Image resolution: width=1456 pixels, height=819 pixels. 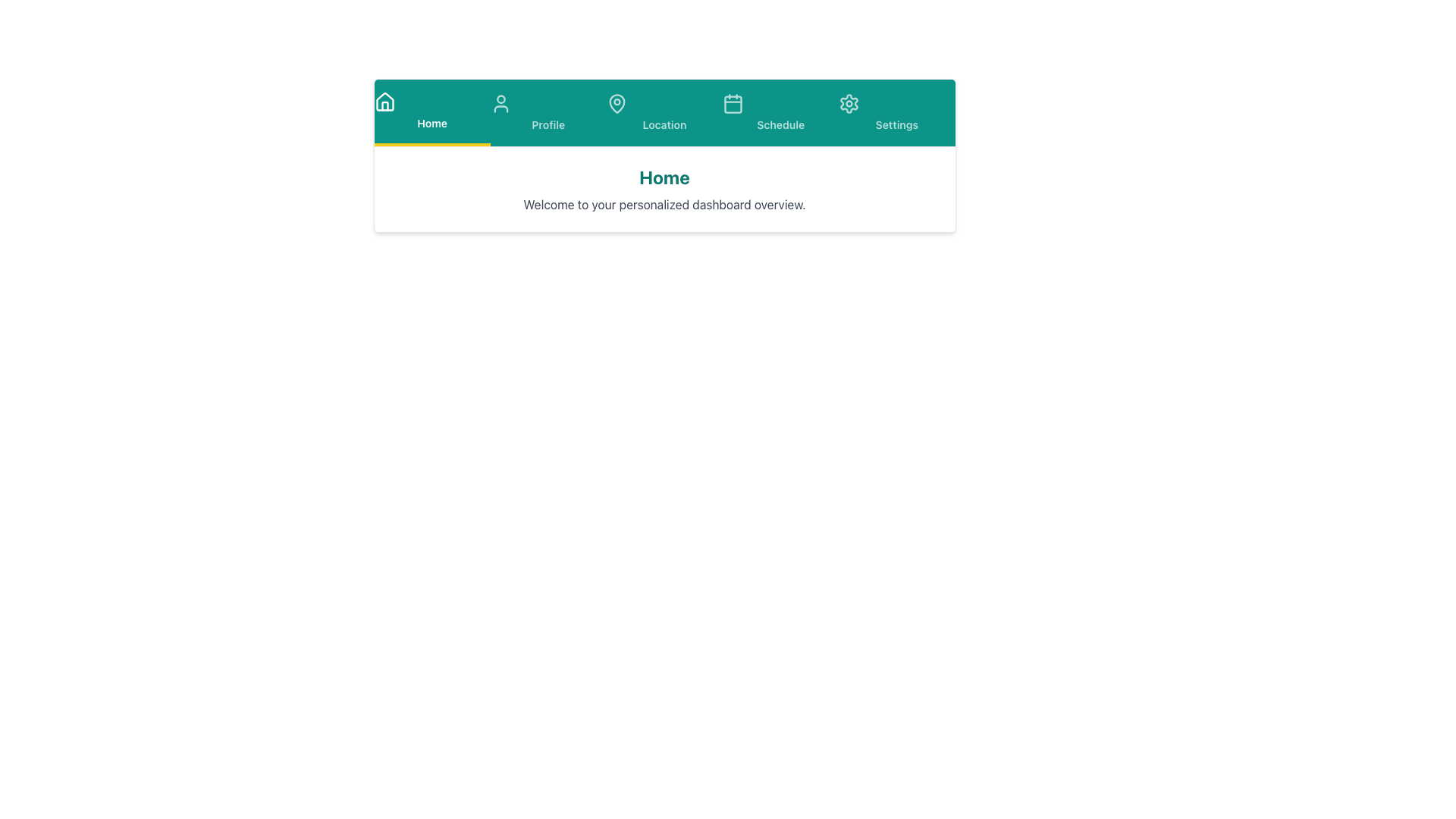 I want to click on the Text block that contains the bold, teal-colored title 'Home' and the gray-colored description 'Welcome to your personalized dashboard overview.', so click(x=664, y=189).